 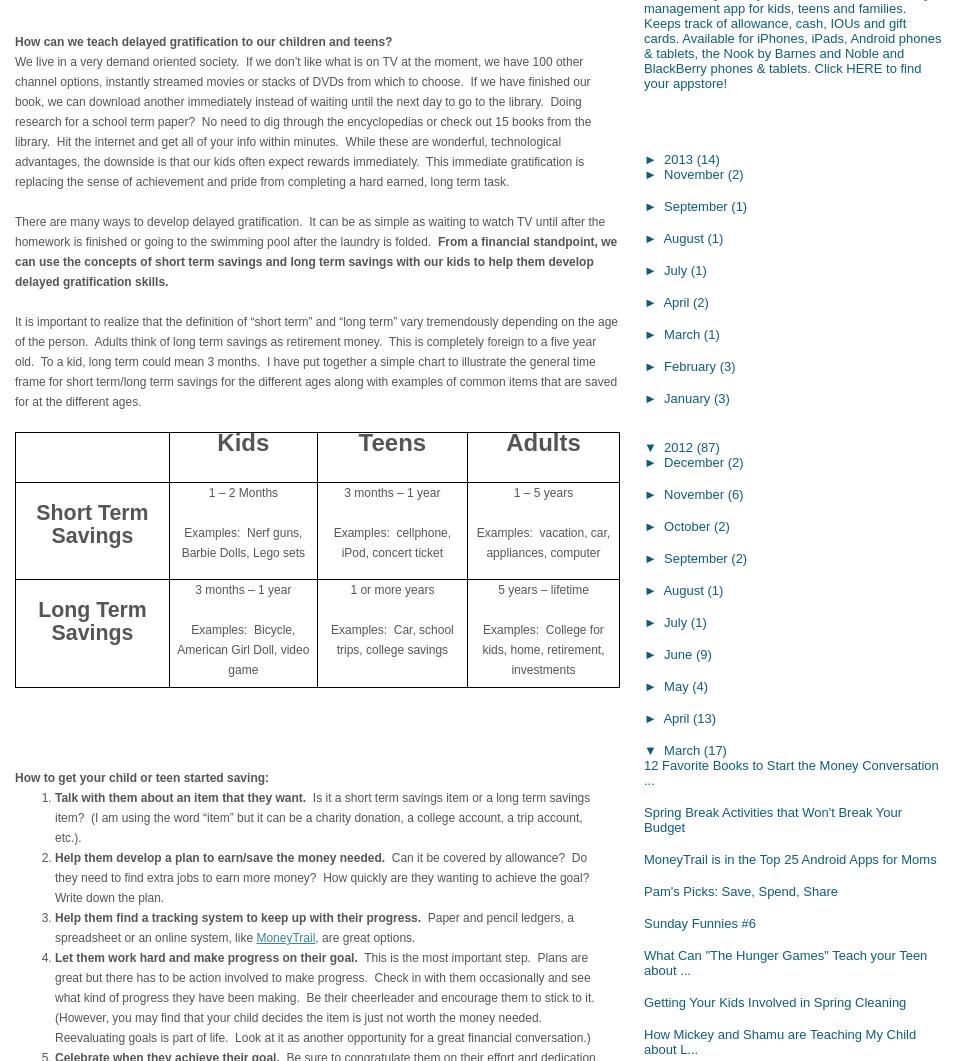 I want to click on ', are great options.', so click(x=314, y=937).